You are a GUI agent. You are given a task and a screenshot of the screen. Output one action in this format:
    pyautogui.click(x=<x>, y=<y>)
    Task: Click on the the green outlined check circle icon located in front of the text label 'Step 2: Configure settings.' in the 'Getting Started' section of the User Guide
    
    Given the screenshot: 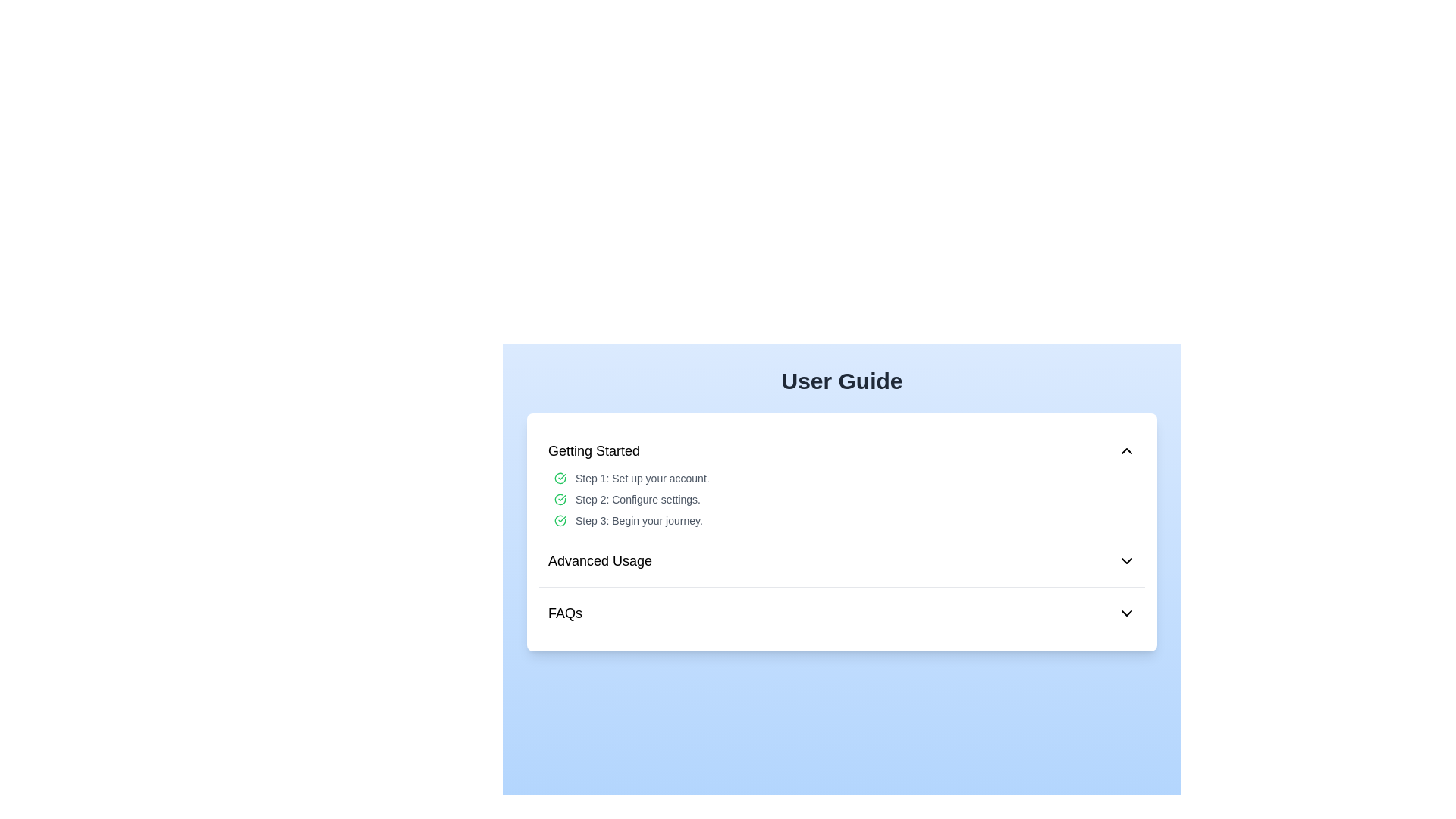 What is the action you would take?
    pyautogui.click(x=560, y=500)
    